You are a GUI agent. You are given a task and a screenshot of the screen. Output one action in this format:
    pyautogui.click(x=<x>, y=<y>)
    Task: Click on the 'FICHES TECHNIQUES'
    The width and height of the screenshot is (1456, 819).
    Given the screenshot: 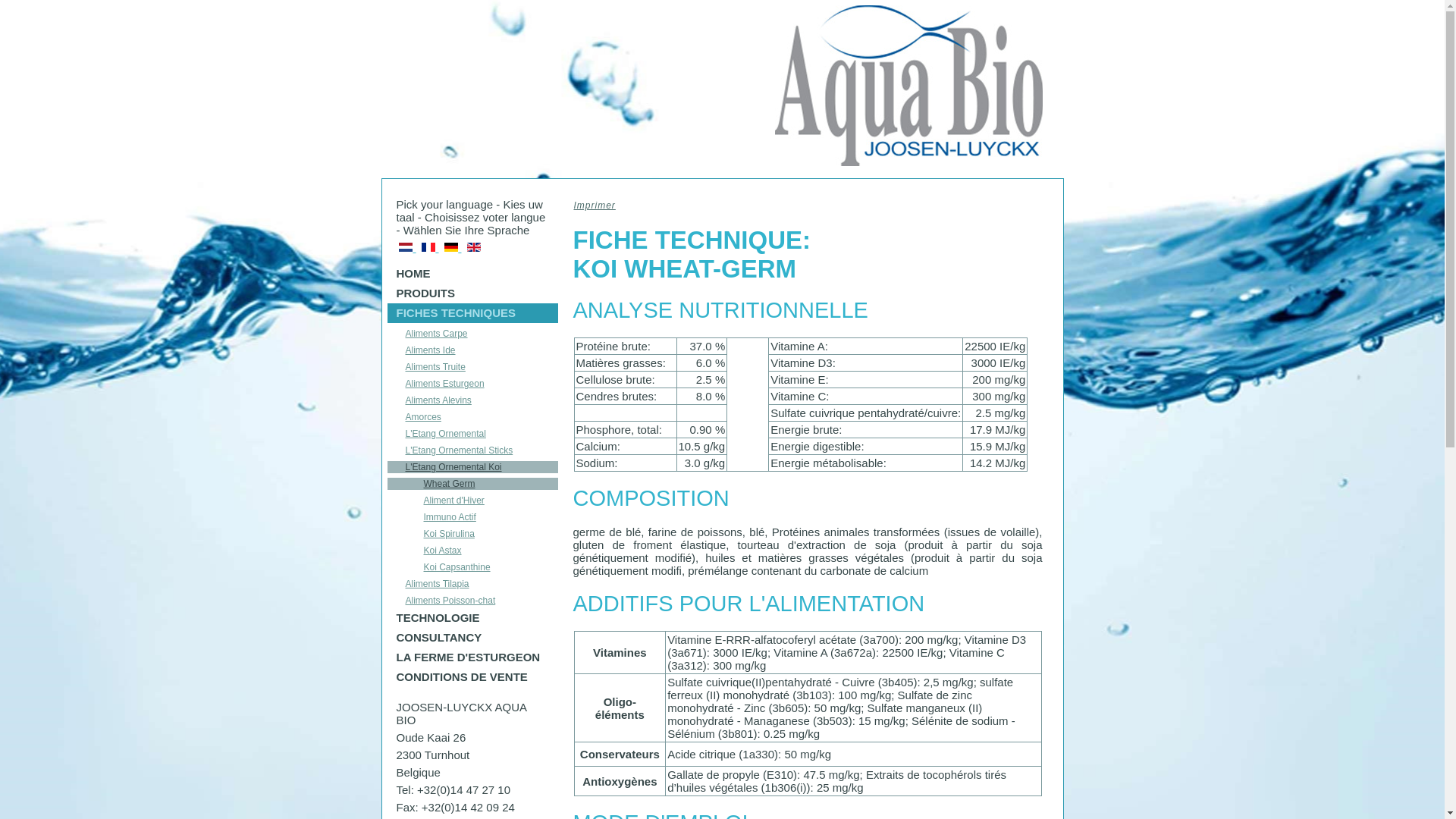 What is the action you would take?
    pyautogui.click(x=386, y=312)
    